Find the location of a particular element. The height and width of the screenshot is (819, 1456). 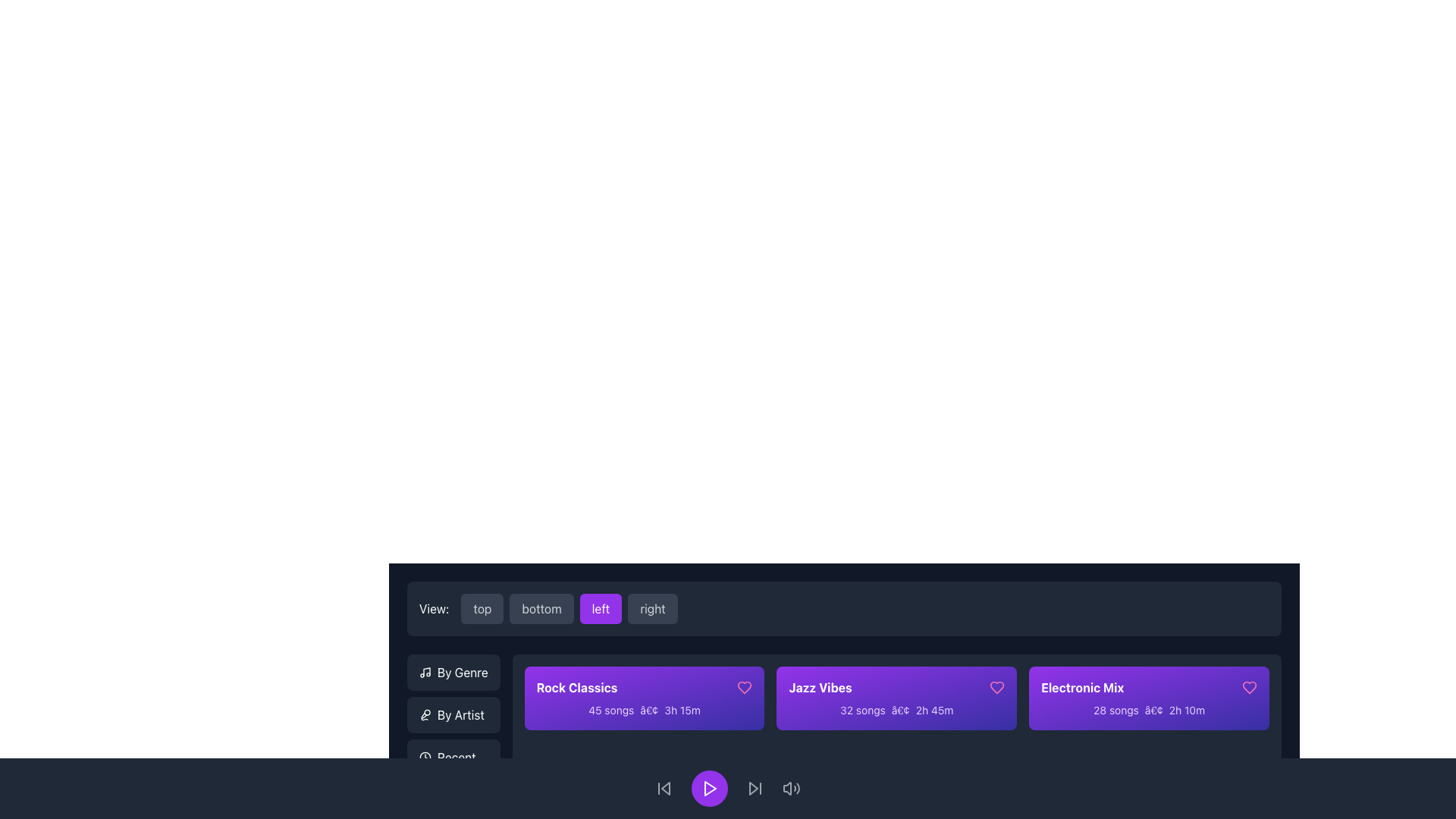

content displayed in the Text Display, which shows track information on the purple card labeled 'Jazz Vibes' is located at coordinates (896, 711).